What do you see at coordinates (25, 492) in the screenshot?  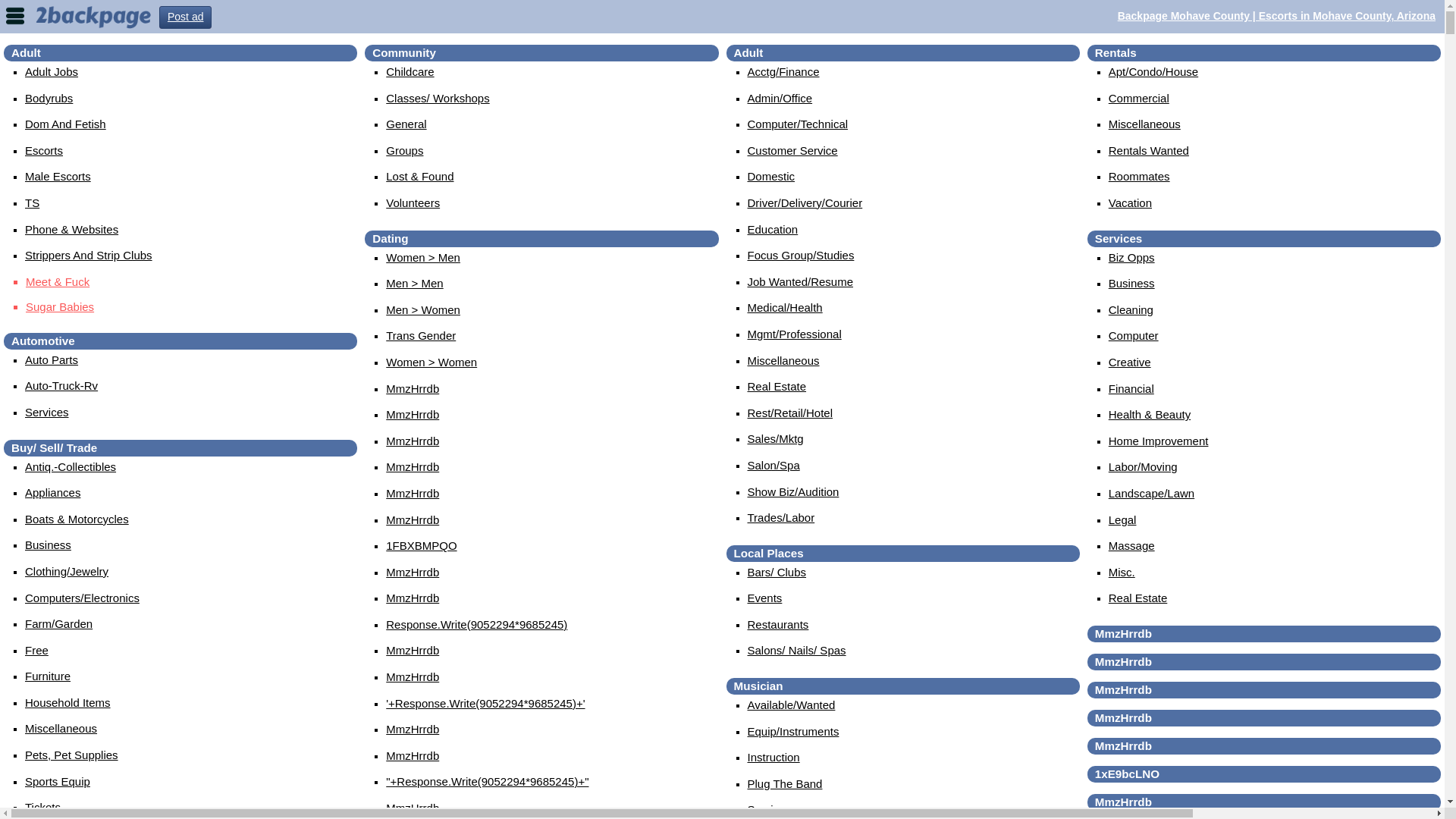 I see `'Appliances'` at bounding box center [25, 492].